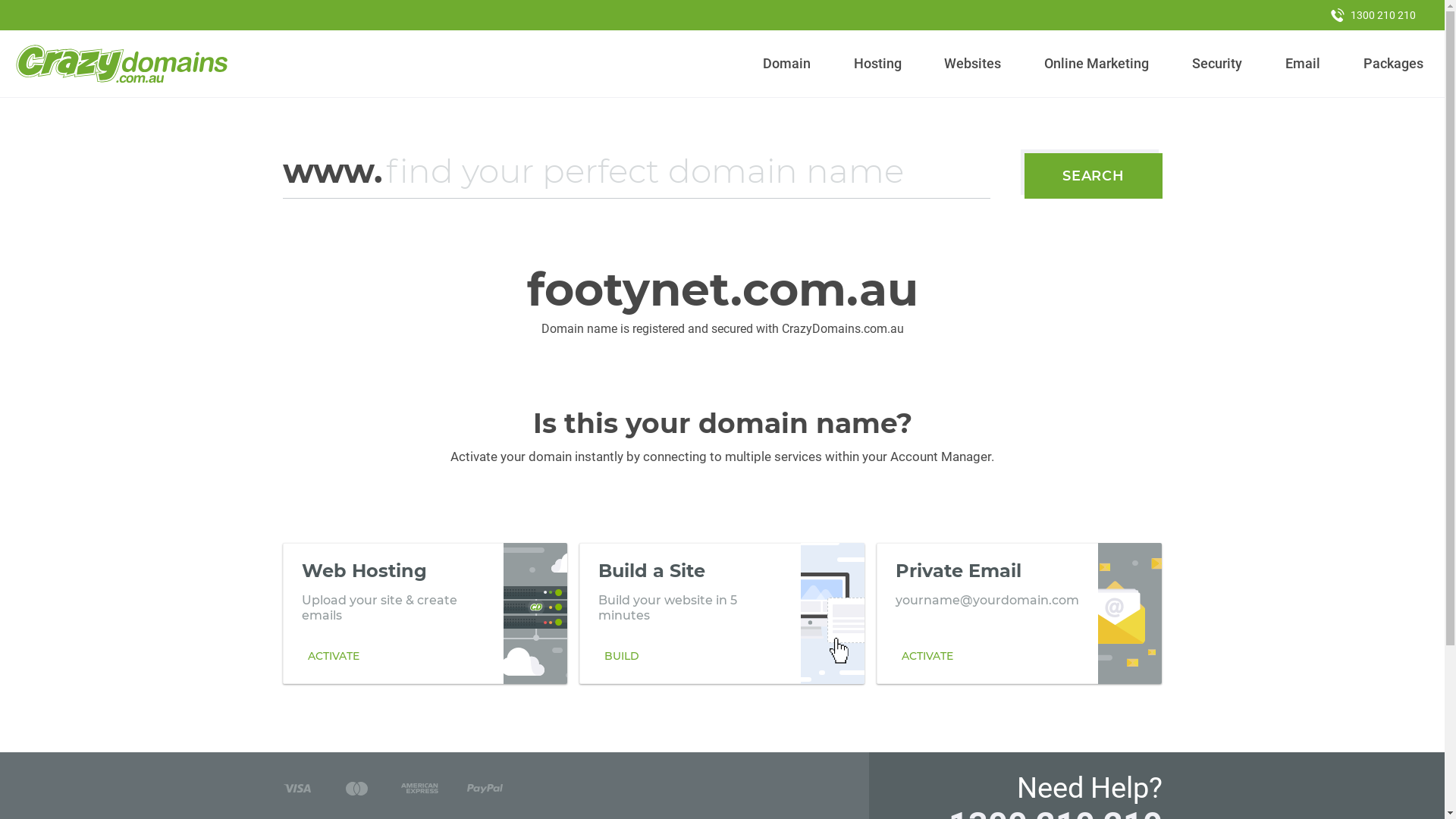 The image size is (1456, 819). What do you see at coordinates (425, 613) in the screenshot?
I see `'Web Hosting` at bounding box center [425, 613].